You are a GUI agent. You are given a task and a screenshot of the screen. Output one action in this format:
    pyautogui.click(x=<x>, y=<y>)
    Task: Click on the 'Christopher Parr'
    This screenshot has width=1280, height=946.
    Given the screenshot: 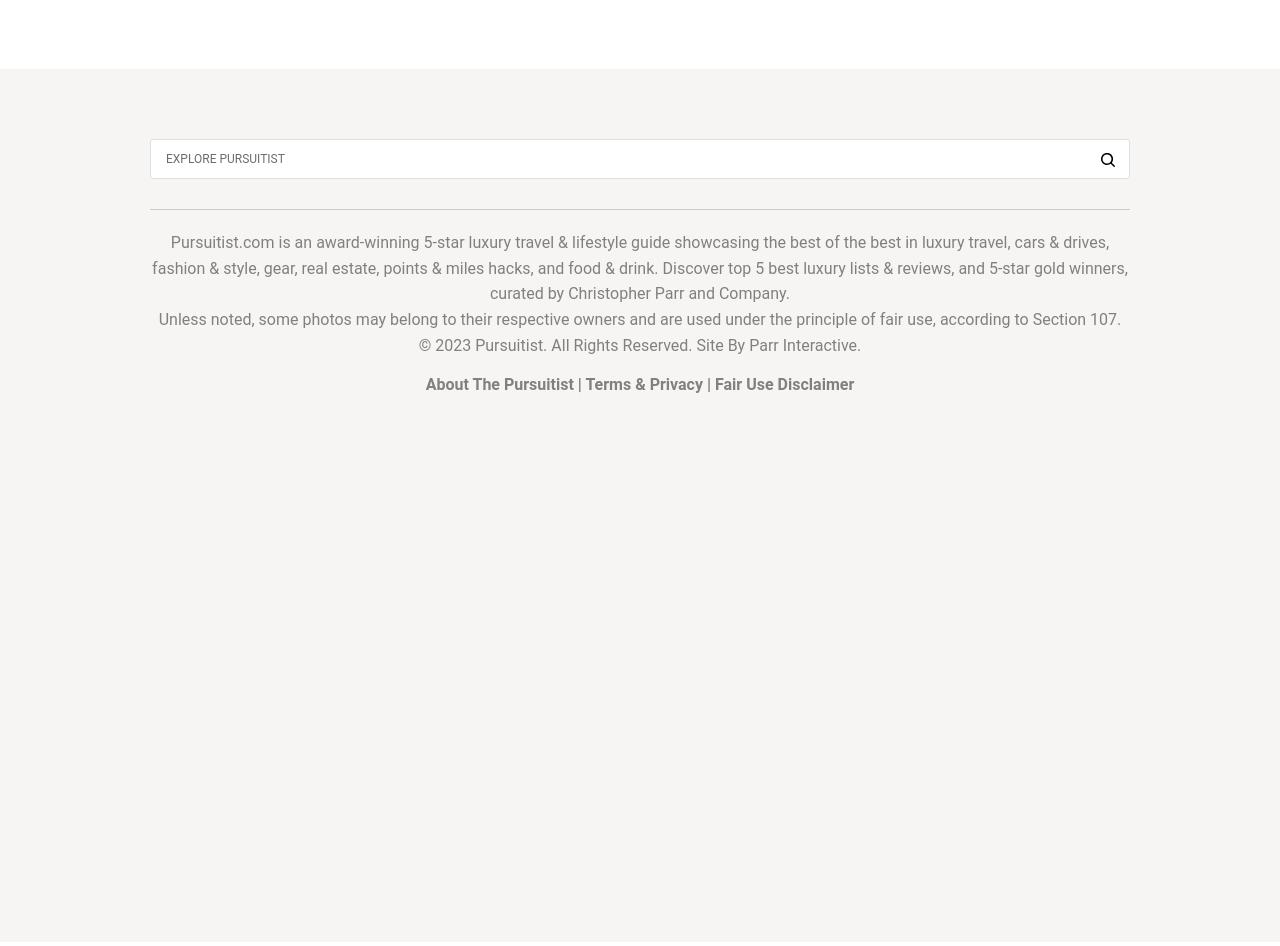 What is the action you would take?
    pyautogui.click(x=625, y=292)
    